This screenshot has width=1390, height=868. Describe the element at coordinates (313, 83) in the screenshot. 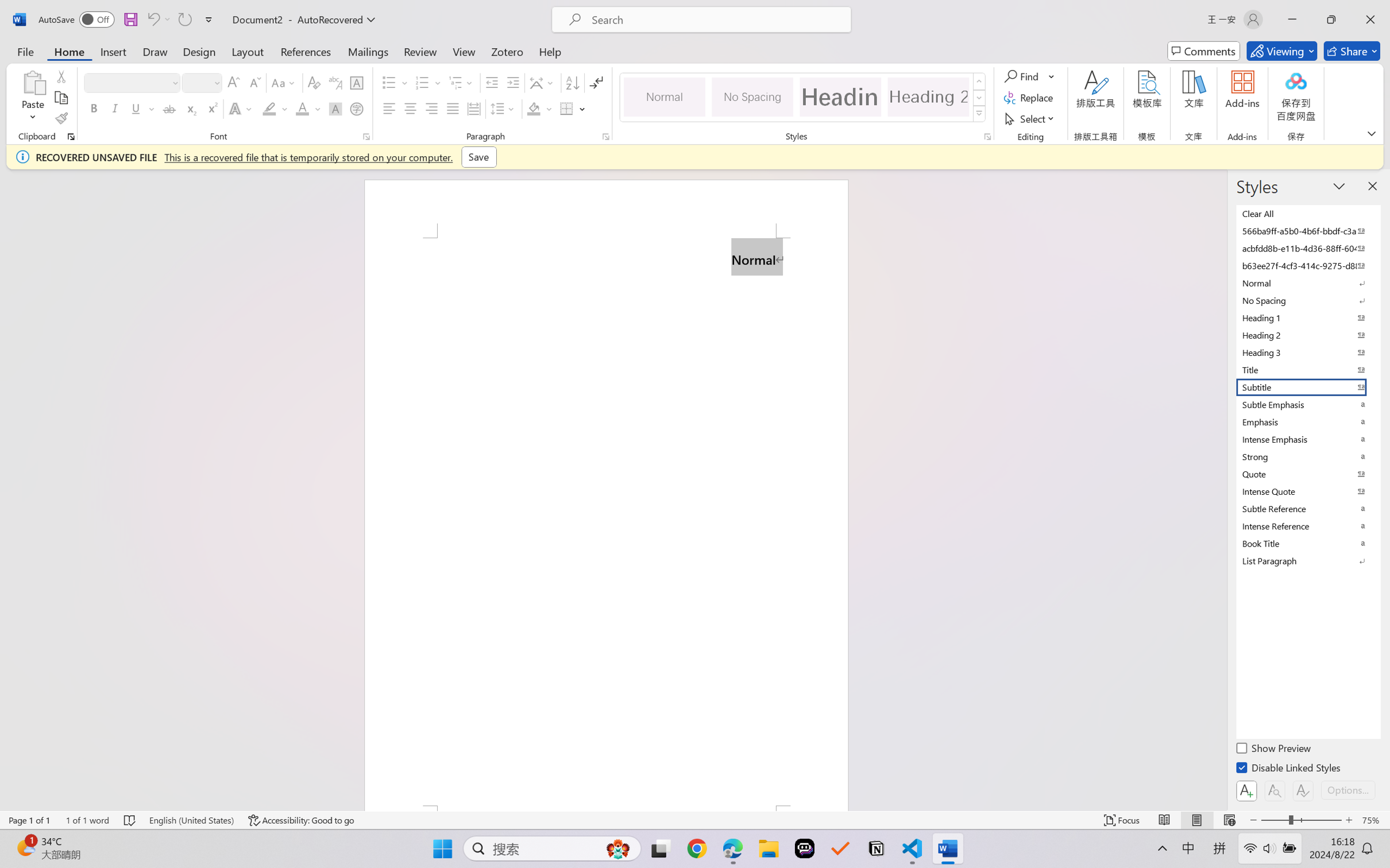

I see `'Clear Formatting'` at that location.